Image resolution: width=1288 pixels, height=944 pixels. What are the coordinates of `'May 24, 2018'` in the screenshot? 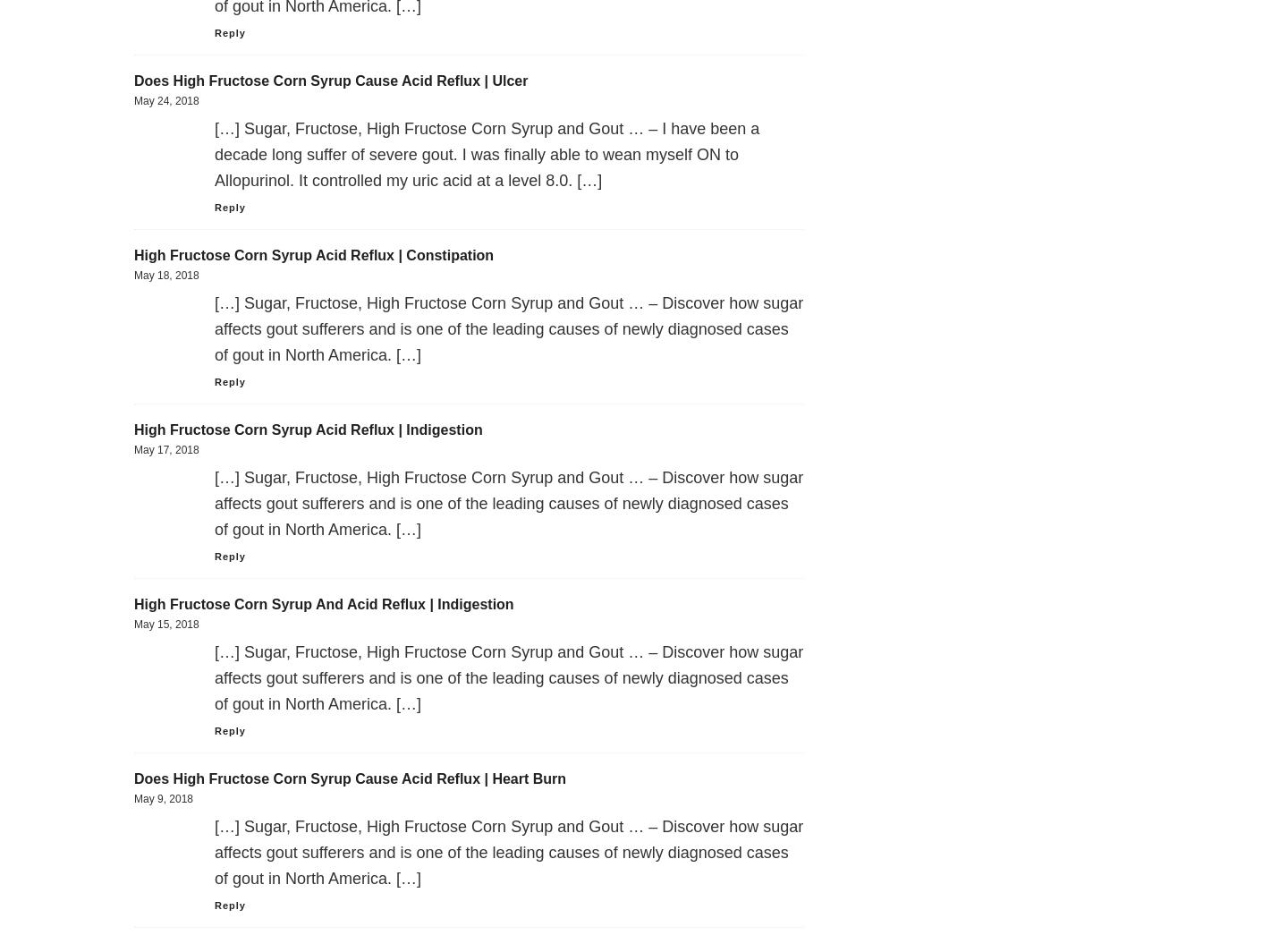 It's located at (133, 99).